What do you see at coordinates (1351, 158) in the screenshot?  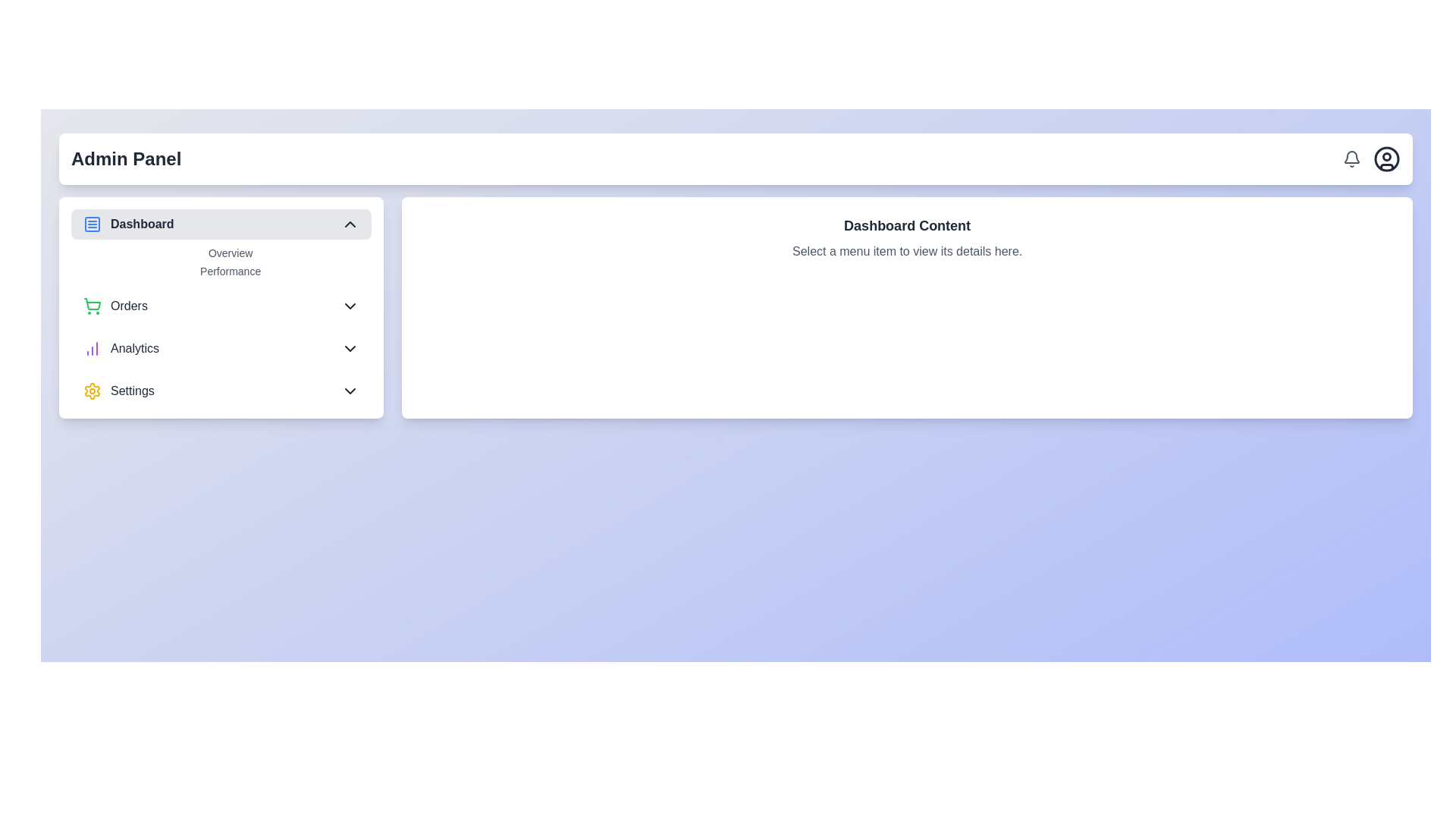 I see `the bell-shaped notification icon with a dark gray outline` at bounding box center [1351, 158].